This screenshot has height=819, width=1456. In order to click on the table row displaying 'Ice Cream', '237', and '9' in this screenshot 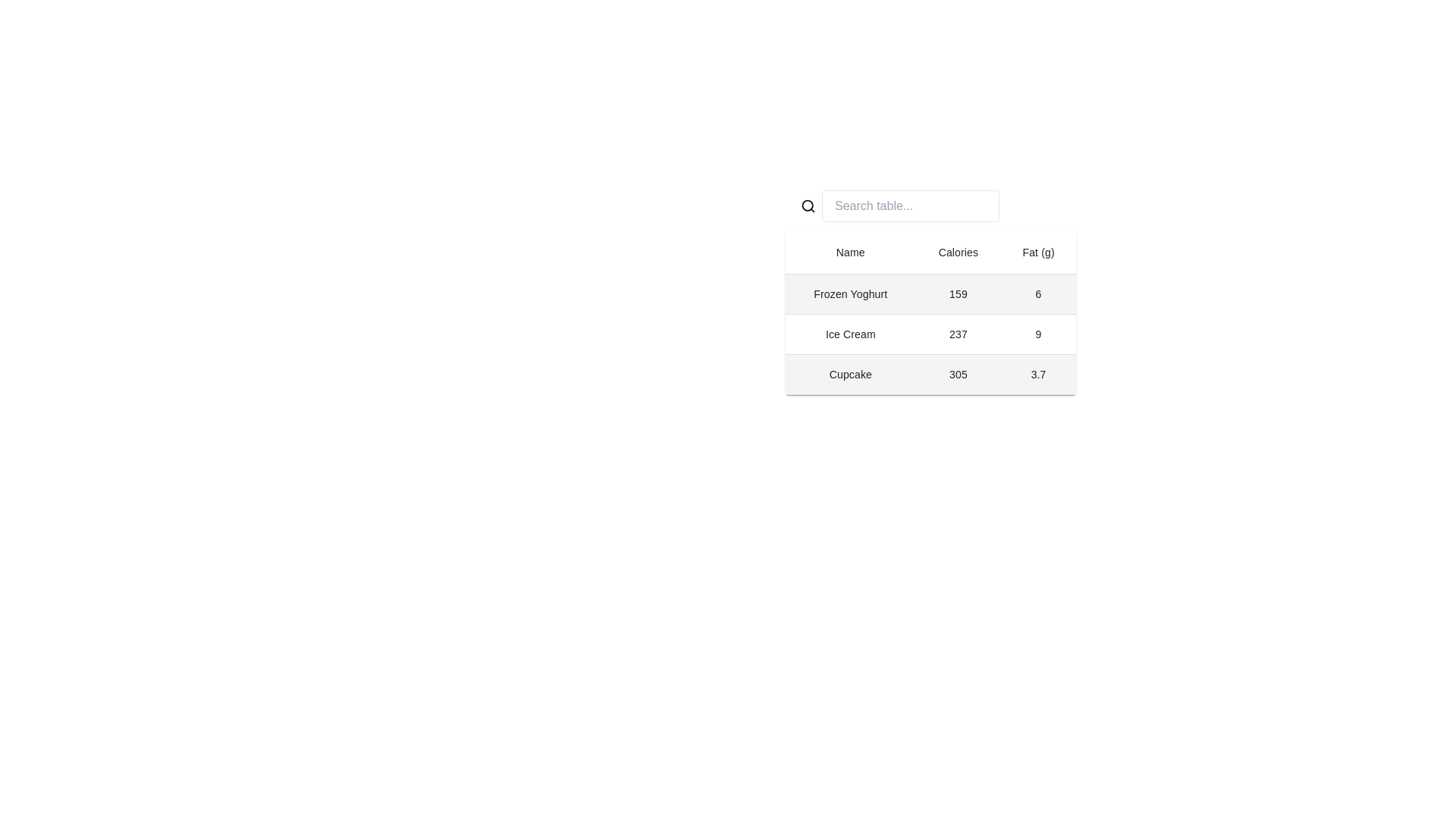, I will do `click(930, 334)`.